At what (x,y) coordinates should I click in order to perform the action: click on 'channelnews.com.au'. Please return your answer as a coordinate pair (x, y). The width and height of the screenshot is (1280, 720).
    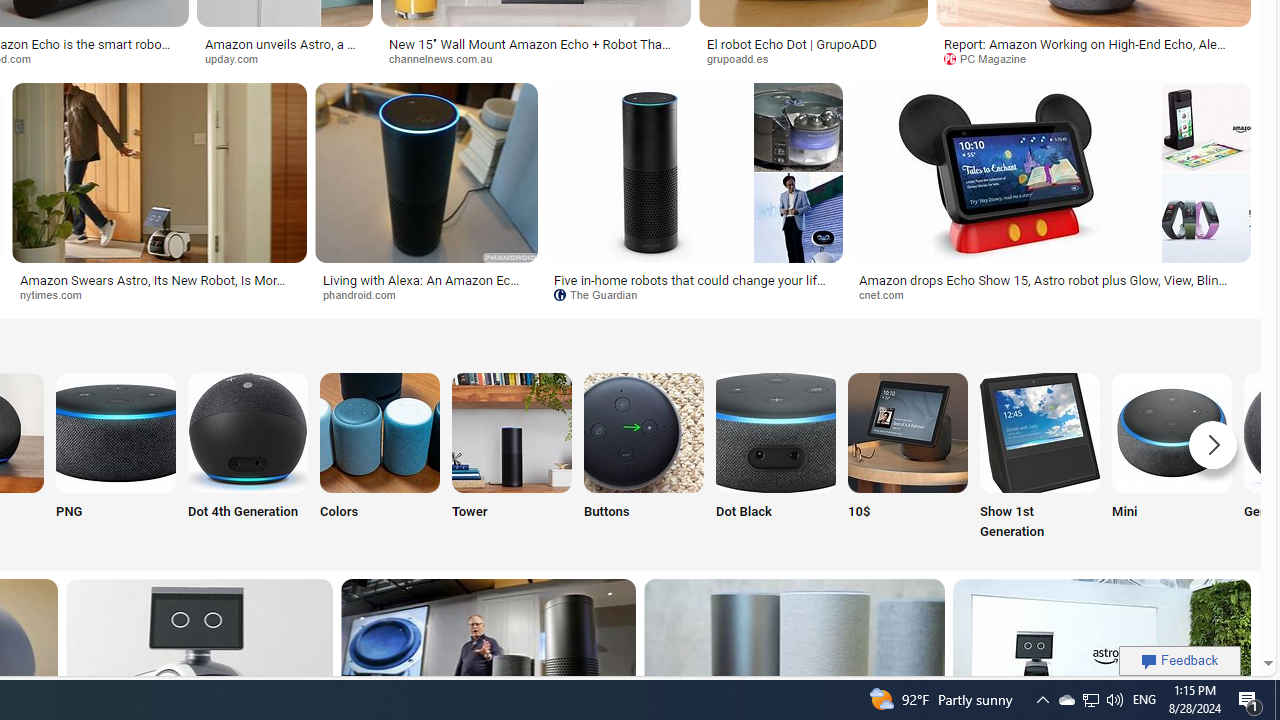
    Looking at the image, I should click on (536, 58).